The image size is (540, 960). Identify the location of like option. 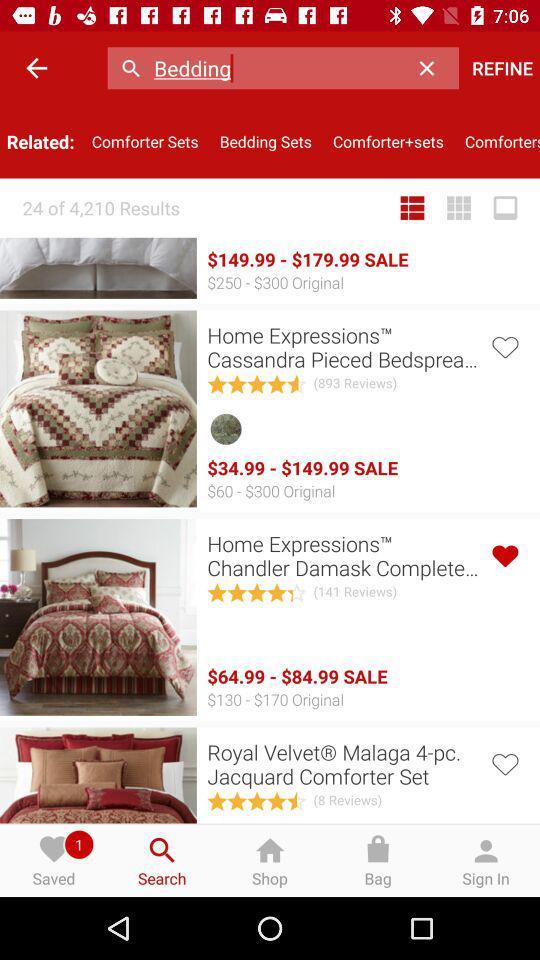
(503, 345).